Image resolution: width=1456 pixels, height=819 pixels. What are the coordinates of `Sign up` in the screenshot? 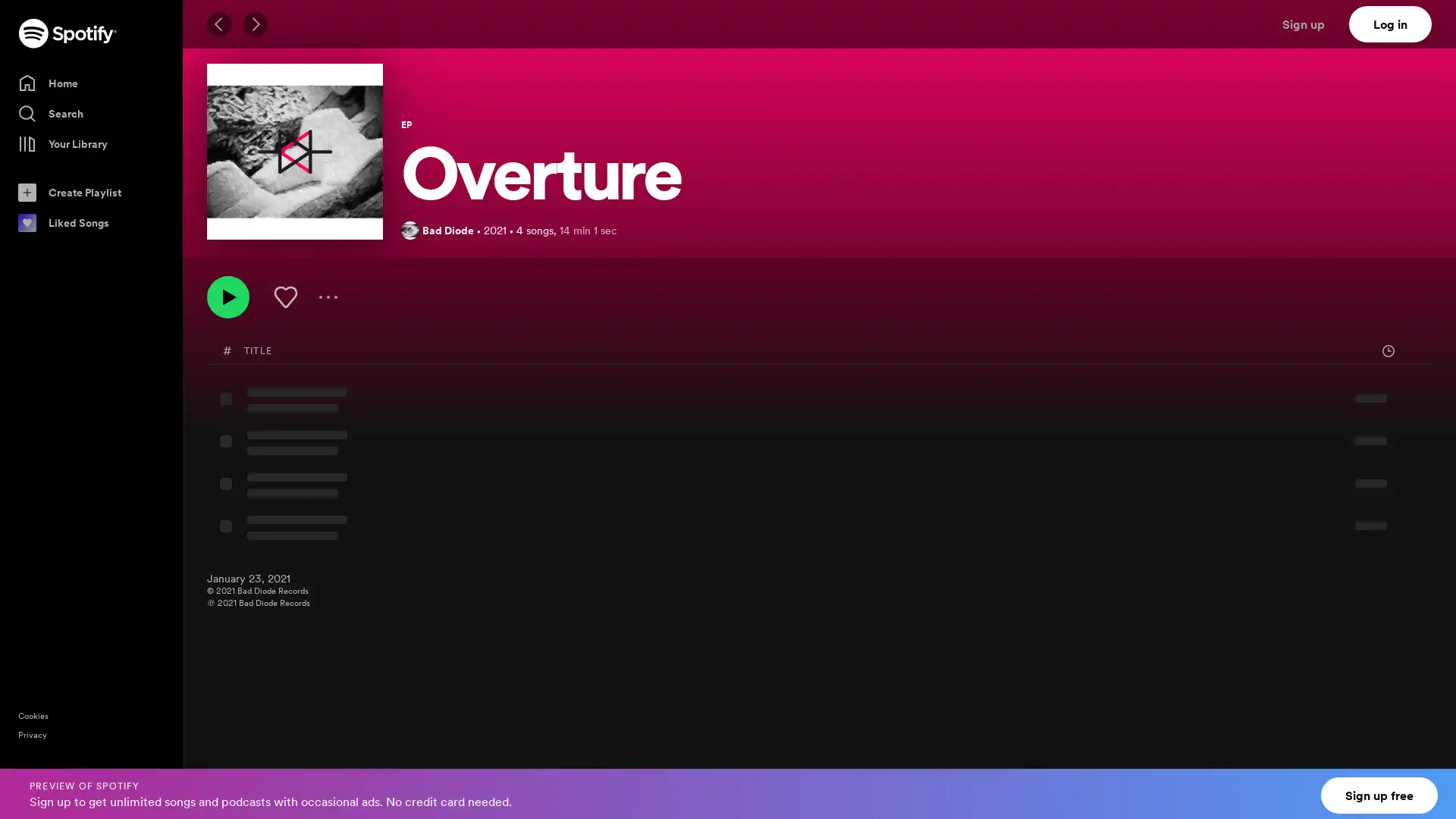 It's located at (1312, 24).